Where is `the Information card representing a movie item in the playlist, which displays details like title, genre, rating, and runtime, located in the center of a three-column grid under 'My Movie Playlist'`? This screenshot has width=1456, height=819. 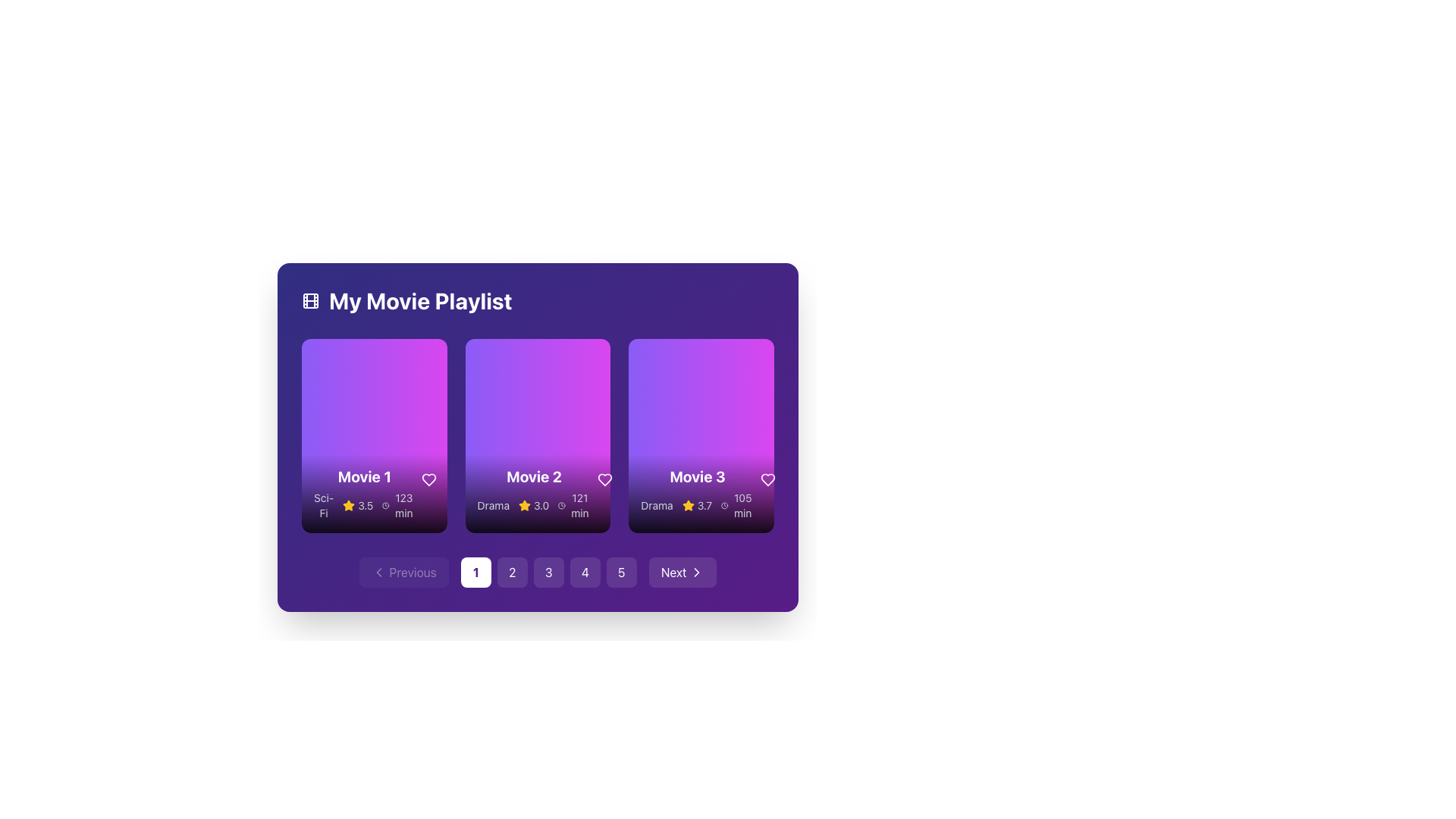 the Information card representing a movie item in the playlist, which displays details like title, genre, rating, and runtime, located in the center of a three-column grid under 'My Movie Playlist' is located at coordinates (538, 435).